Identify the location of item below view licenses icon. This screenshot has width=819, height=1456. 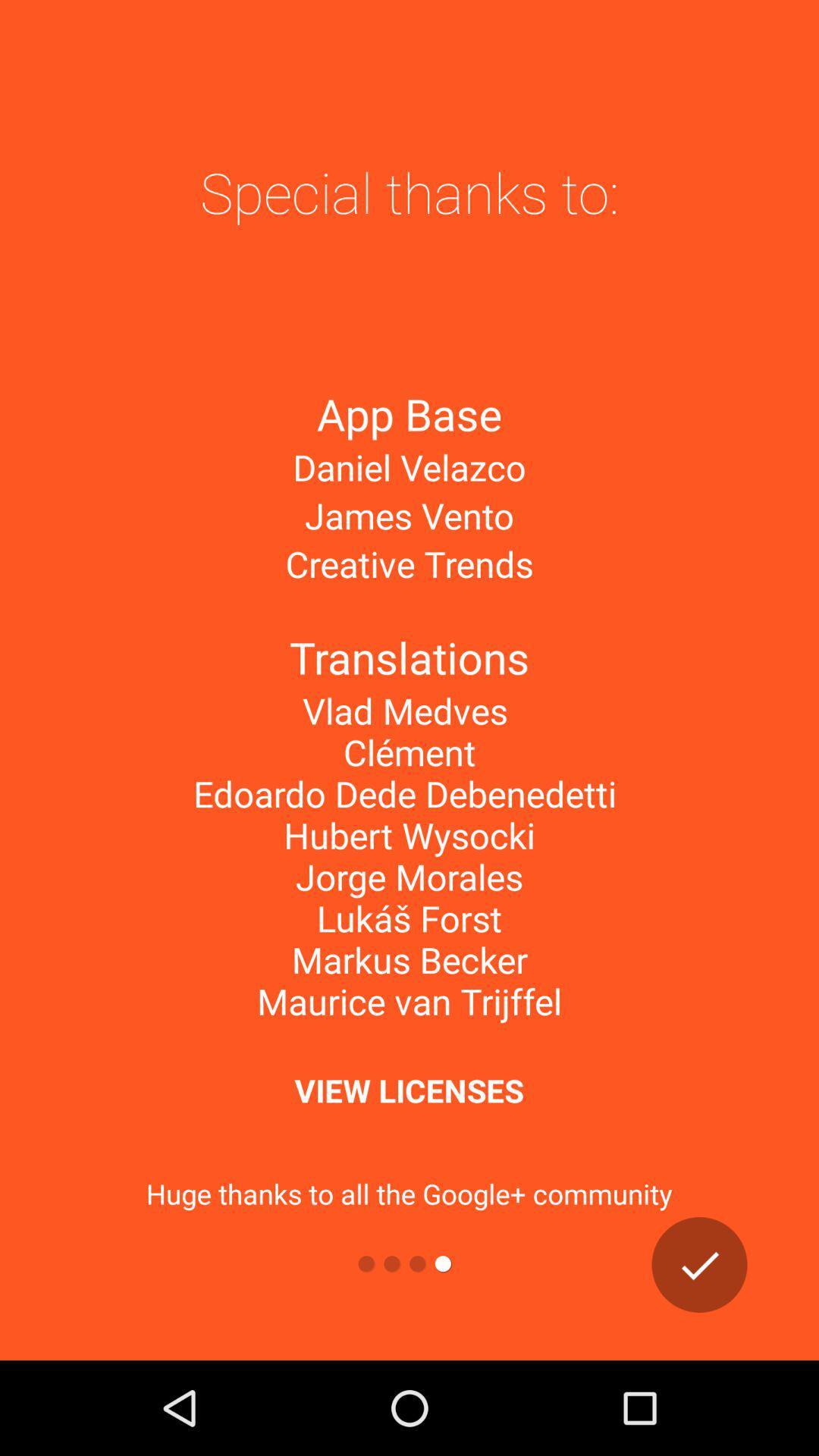
(699, 1265).